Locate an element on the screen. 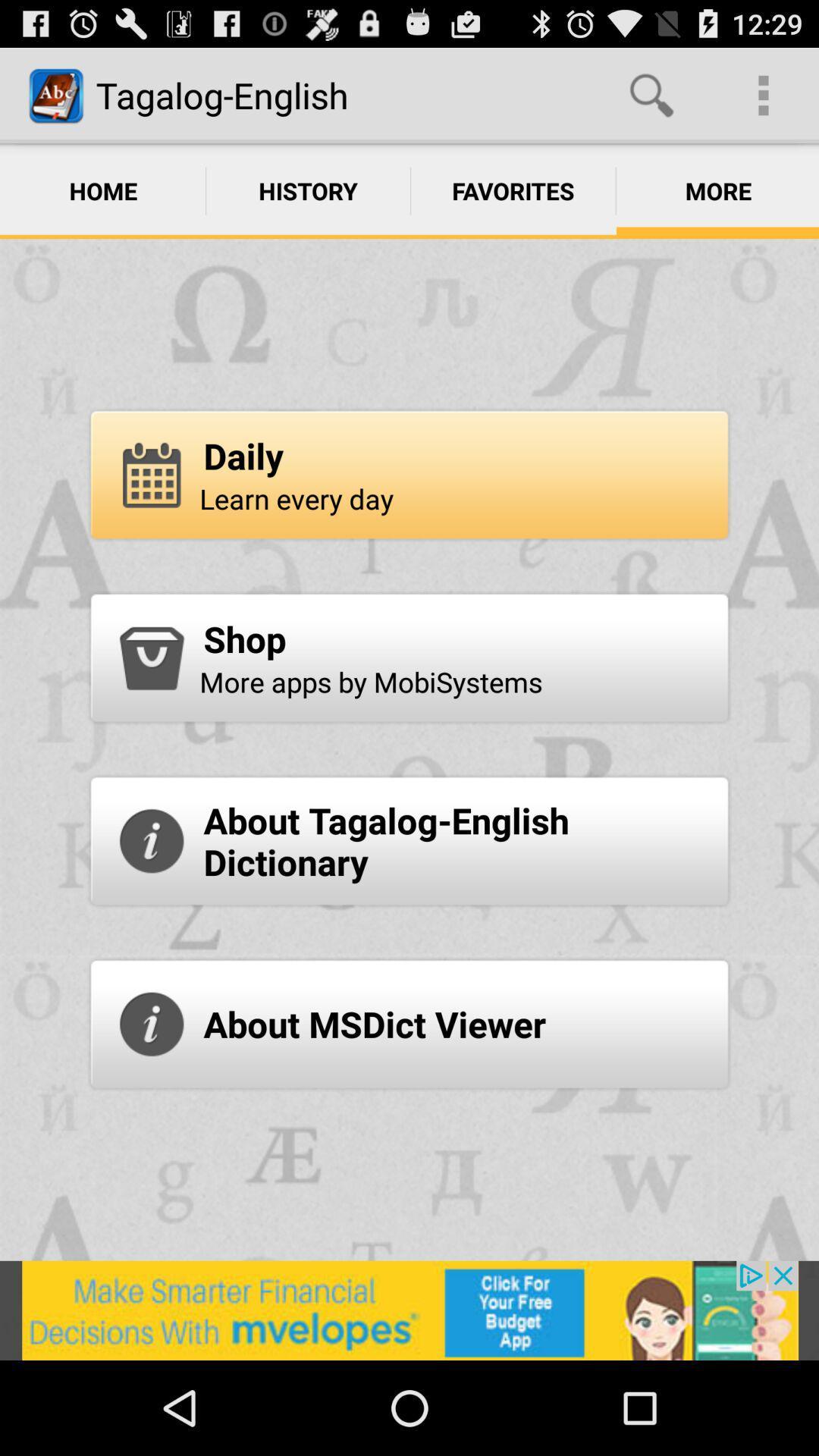  more next to favourites is located at coordinates (717, 190).